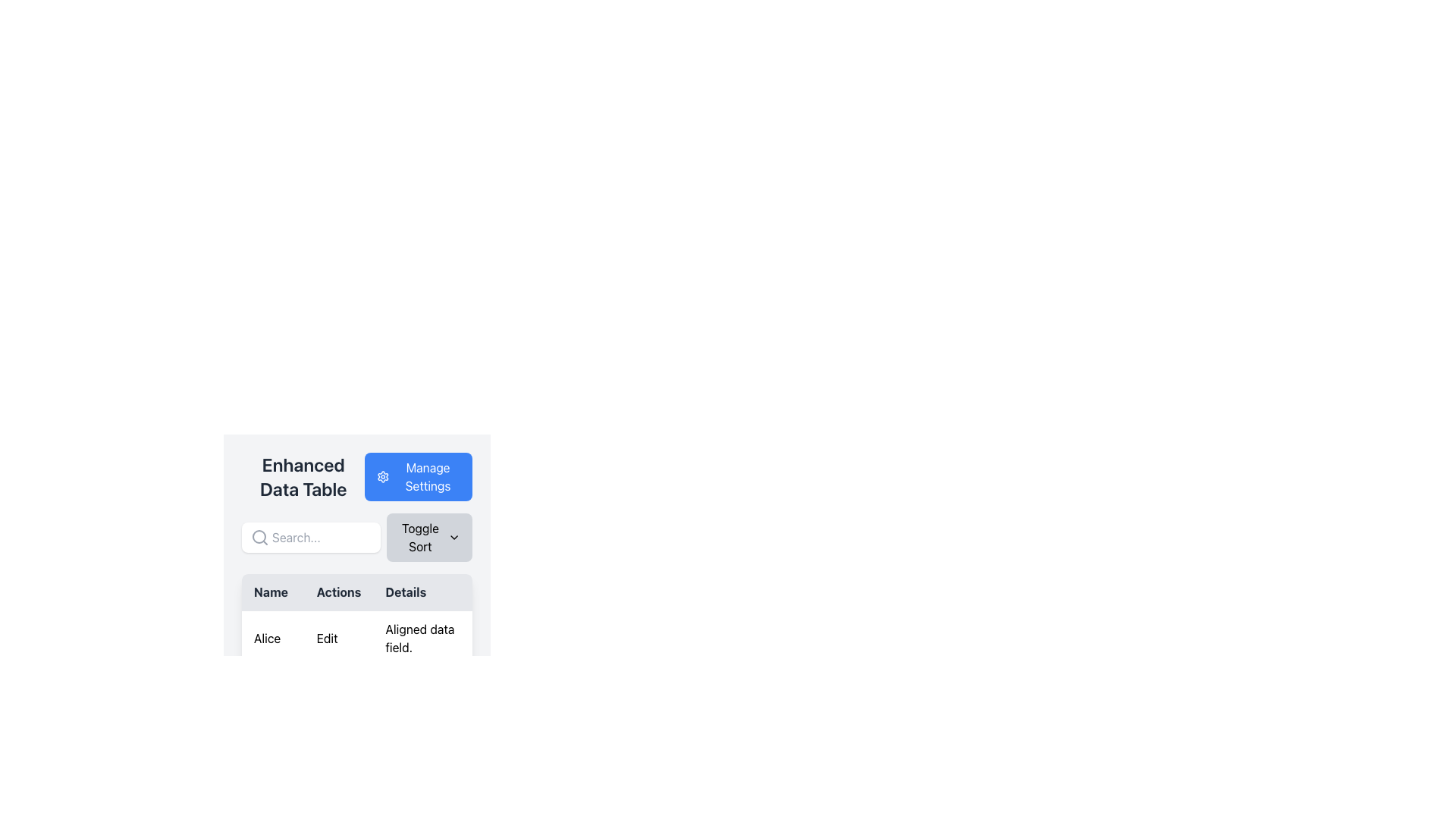 This screenshot has height=819, width=1456. What do you see at coordinates (259, 536) in the screenshot?
I see `the search icon by clicking on the magnifying glass handle, which is represented by a small circular outline located in the top left area of the interface` at bounding box center [259, 536].